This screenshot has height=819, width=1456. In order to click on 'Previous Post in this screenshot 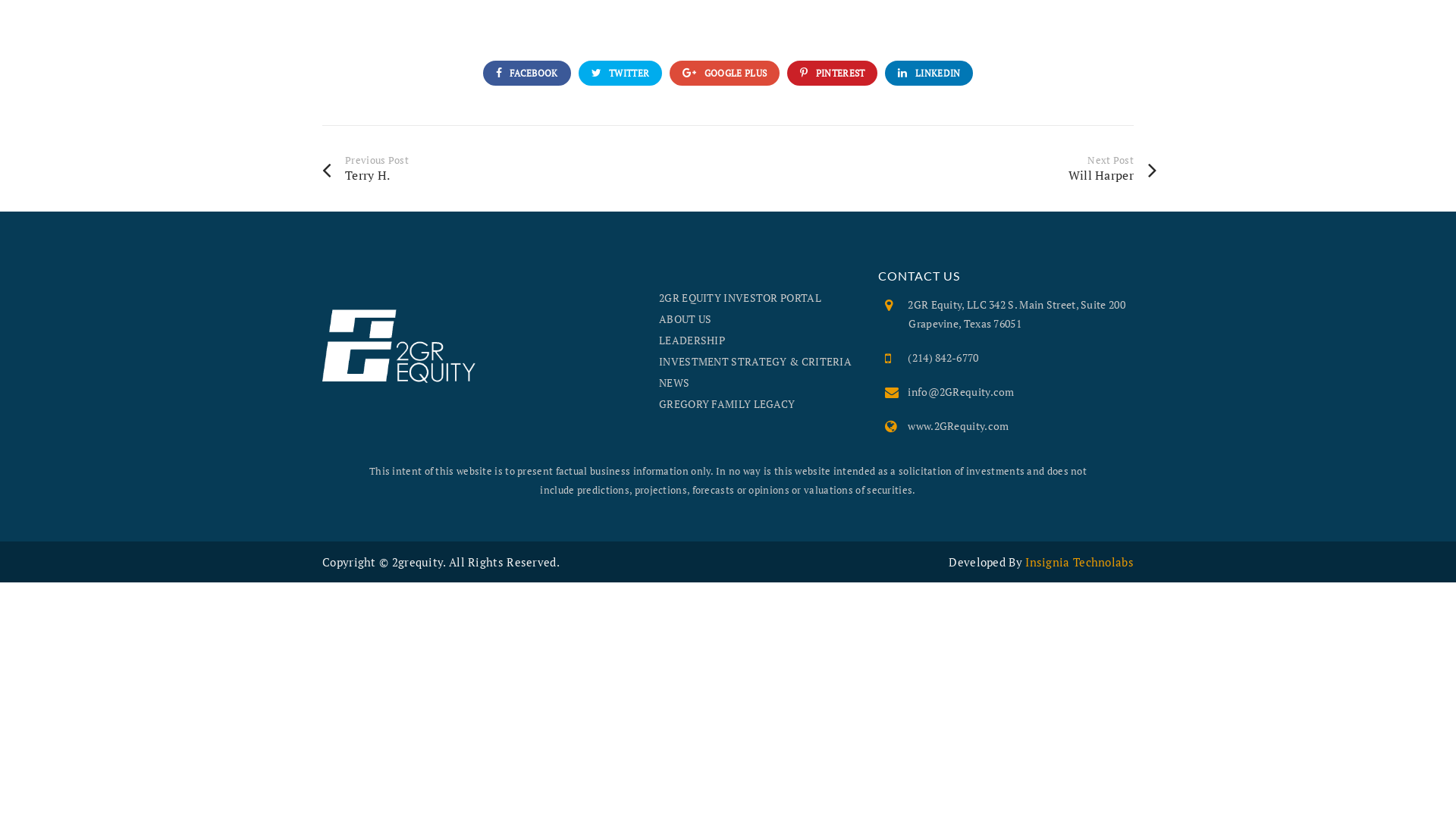, I will do `click(525, 168)`.